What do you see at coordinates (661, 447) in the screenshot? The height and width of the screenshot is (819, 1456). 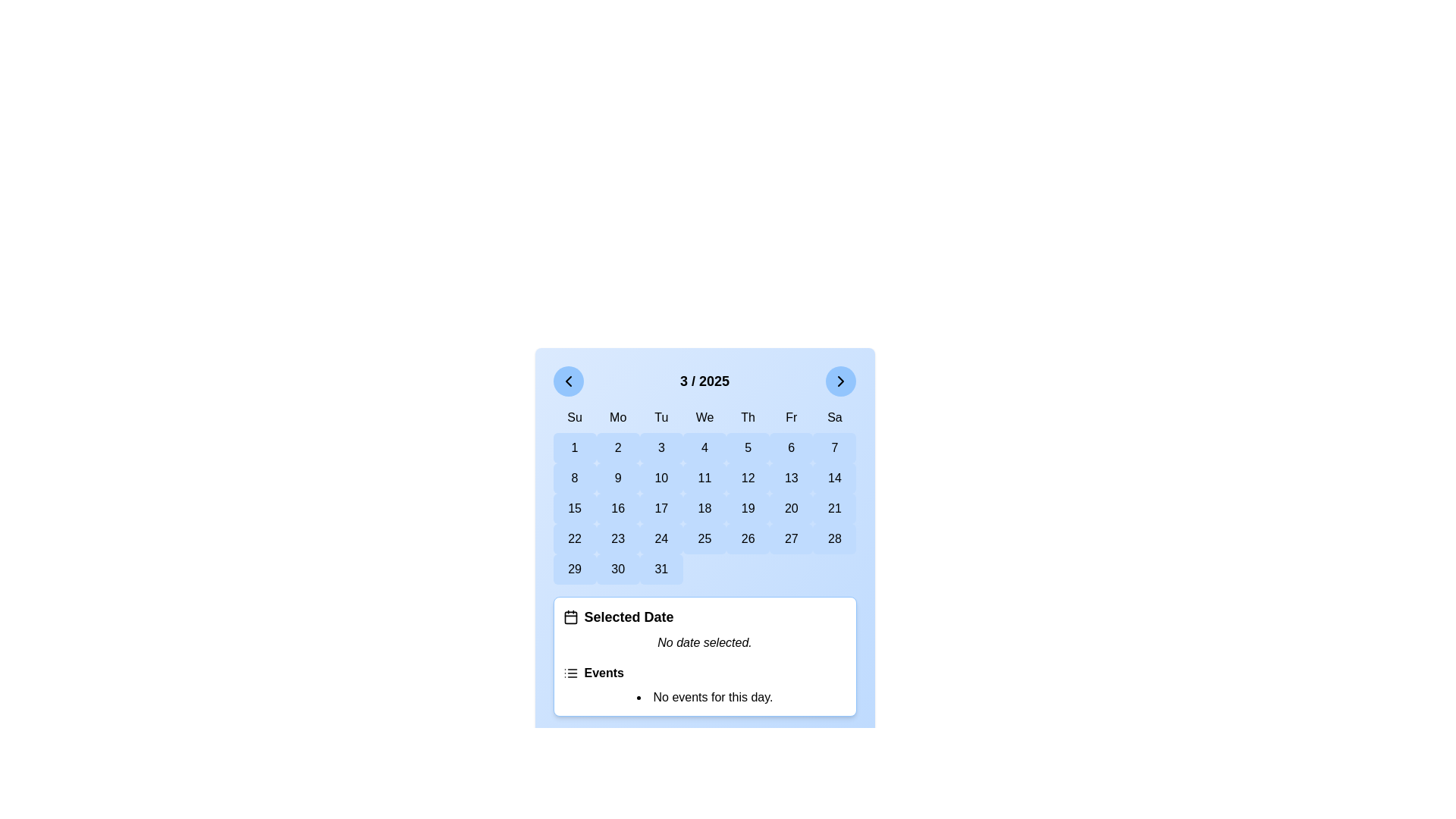 I see `the rounded rectangle button labeled '3' with a light blue background in the calendar grid layout` at bounding box center [661, 447].